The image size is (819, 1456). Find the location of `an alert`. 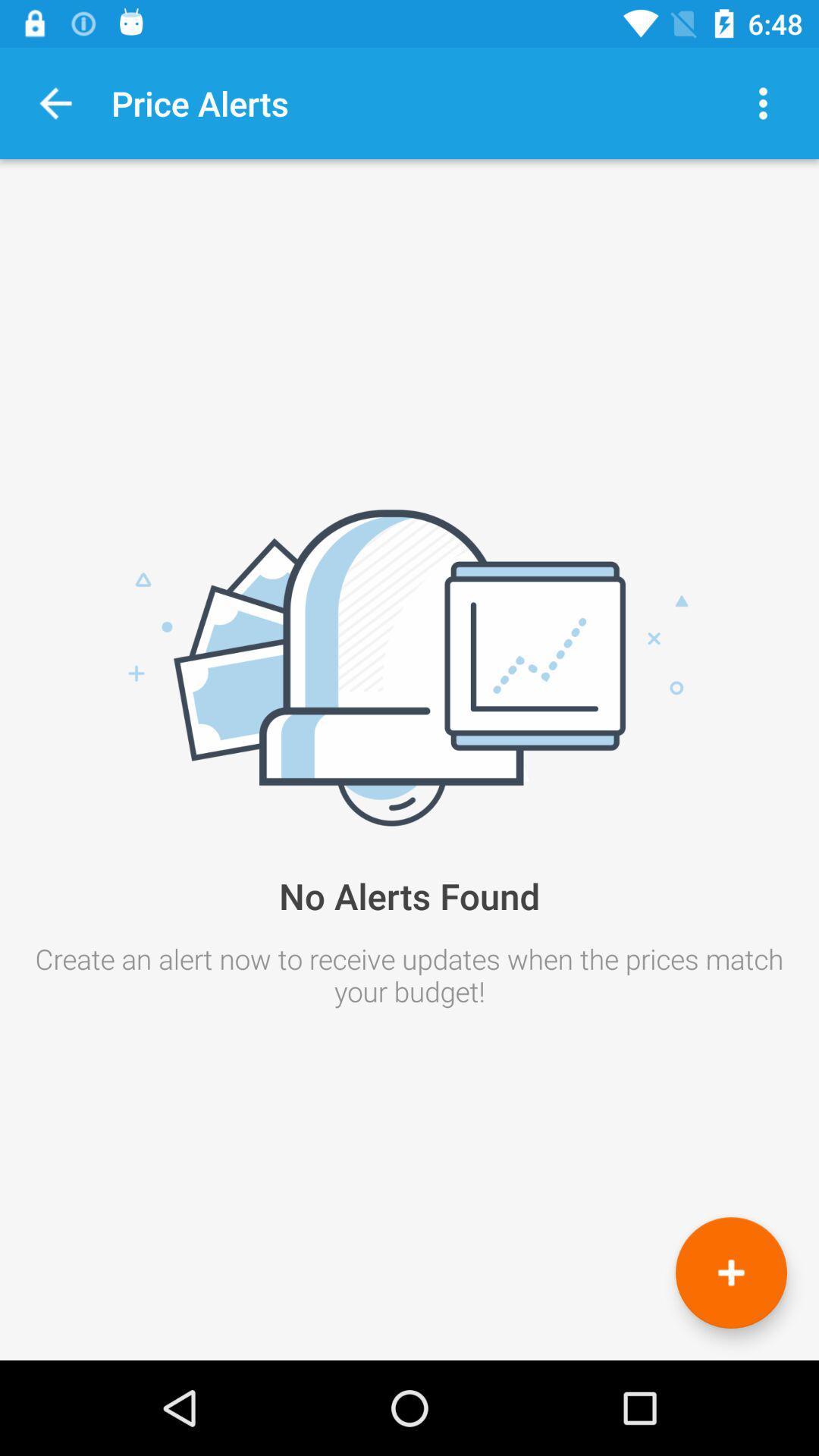

an alert is located at coordinates (730, 1272).